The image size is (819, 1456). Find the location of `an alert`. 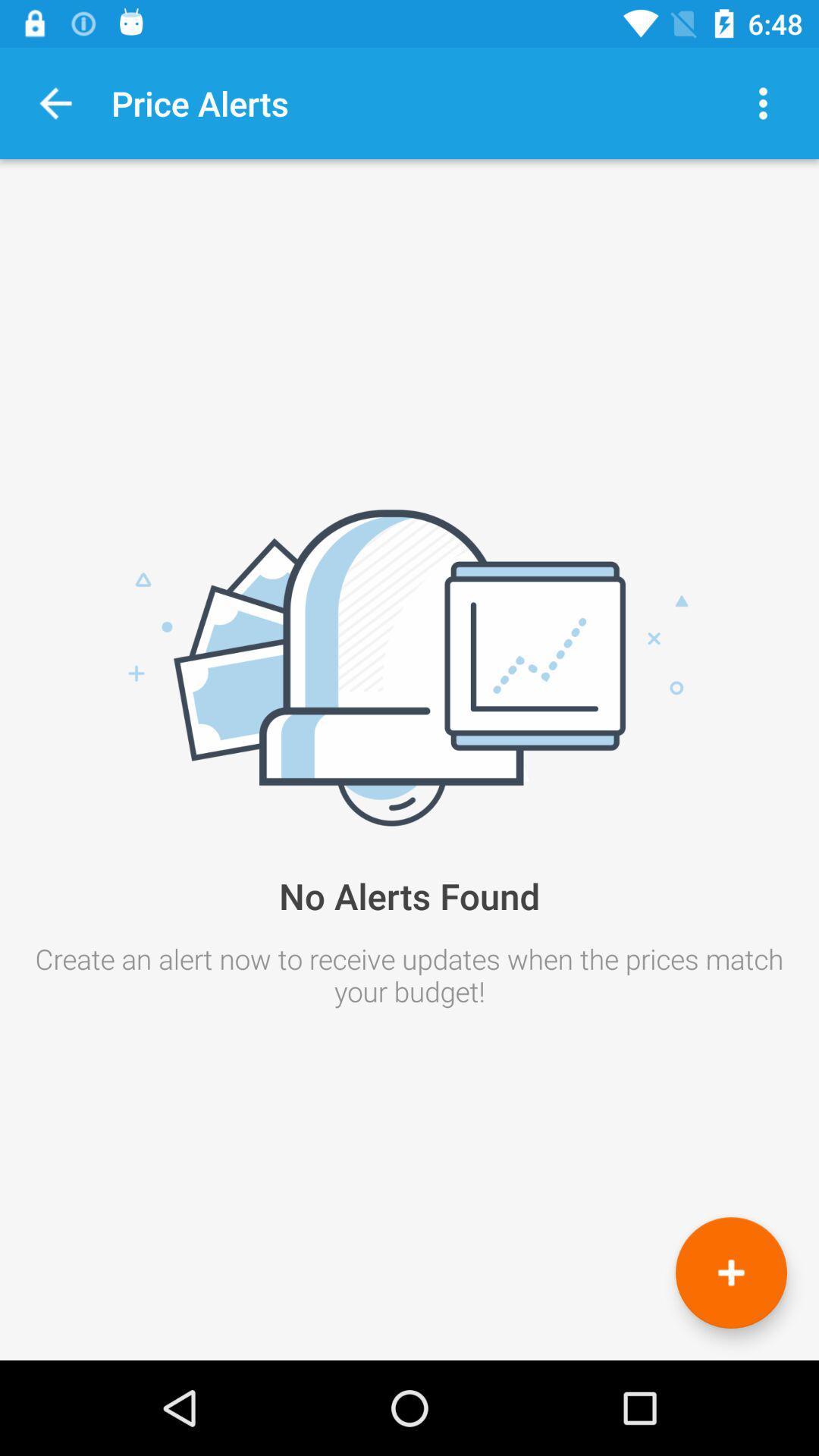

an alert is located at coordinates (730, 1272).